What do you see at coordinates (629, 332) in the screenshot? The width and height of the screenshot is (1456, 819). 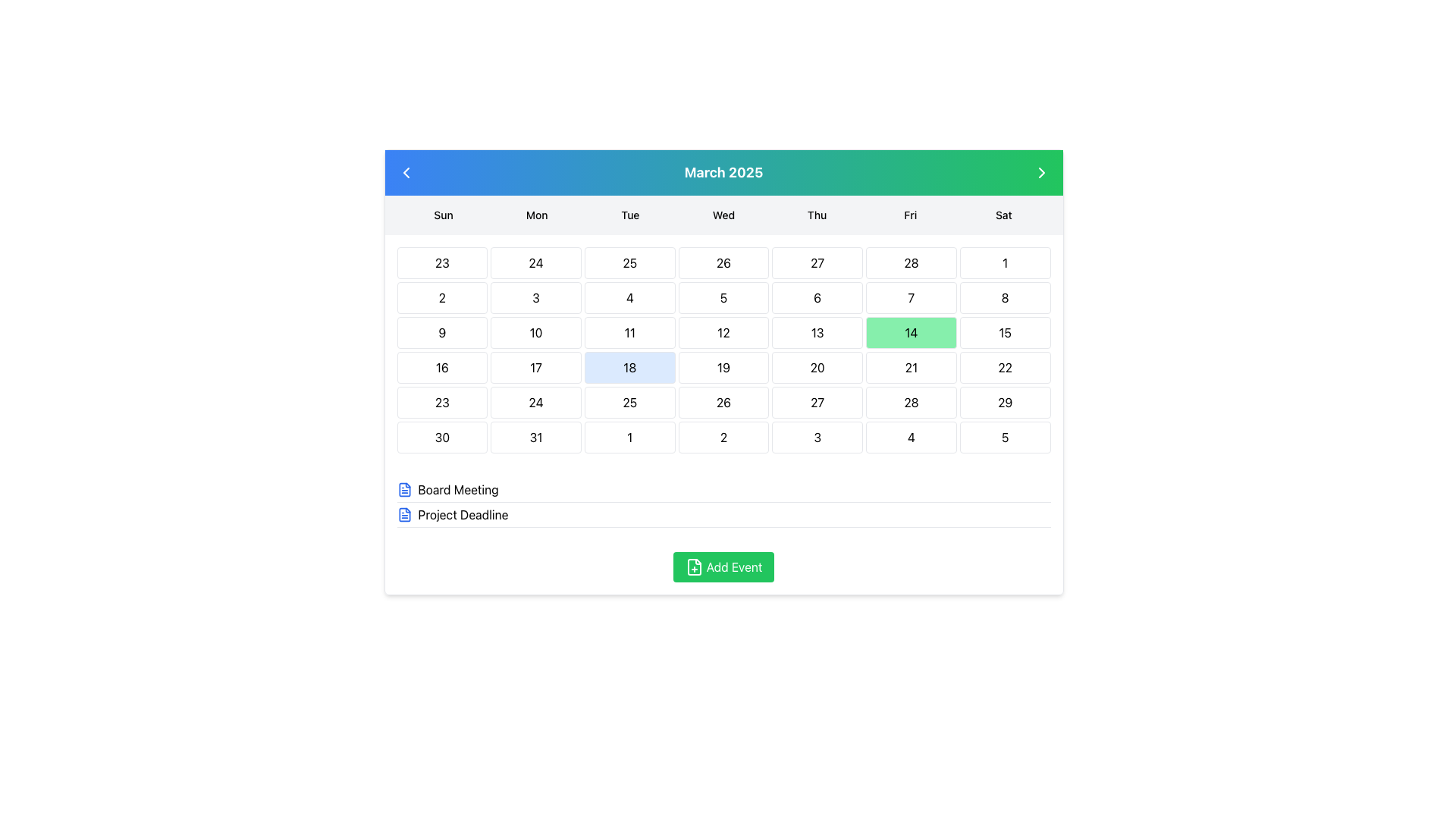 I see `the button representing the 11th day in the calendar view located in the fifth column and third row under the 'Tue' weekday header` at bounding box center [629, 332].